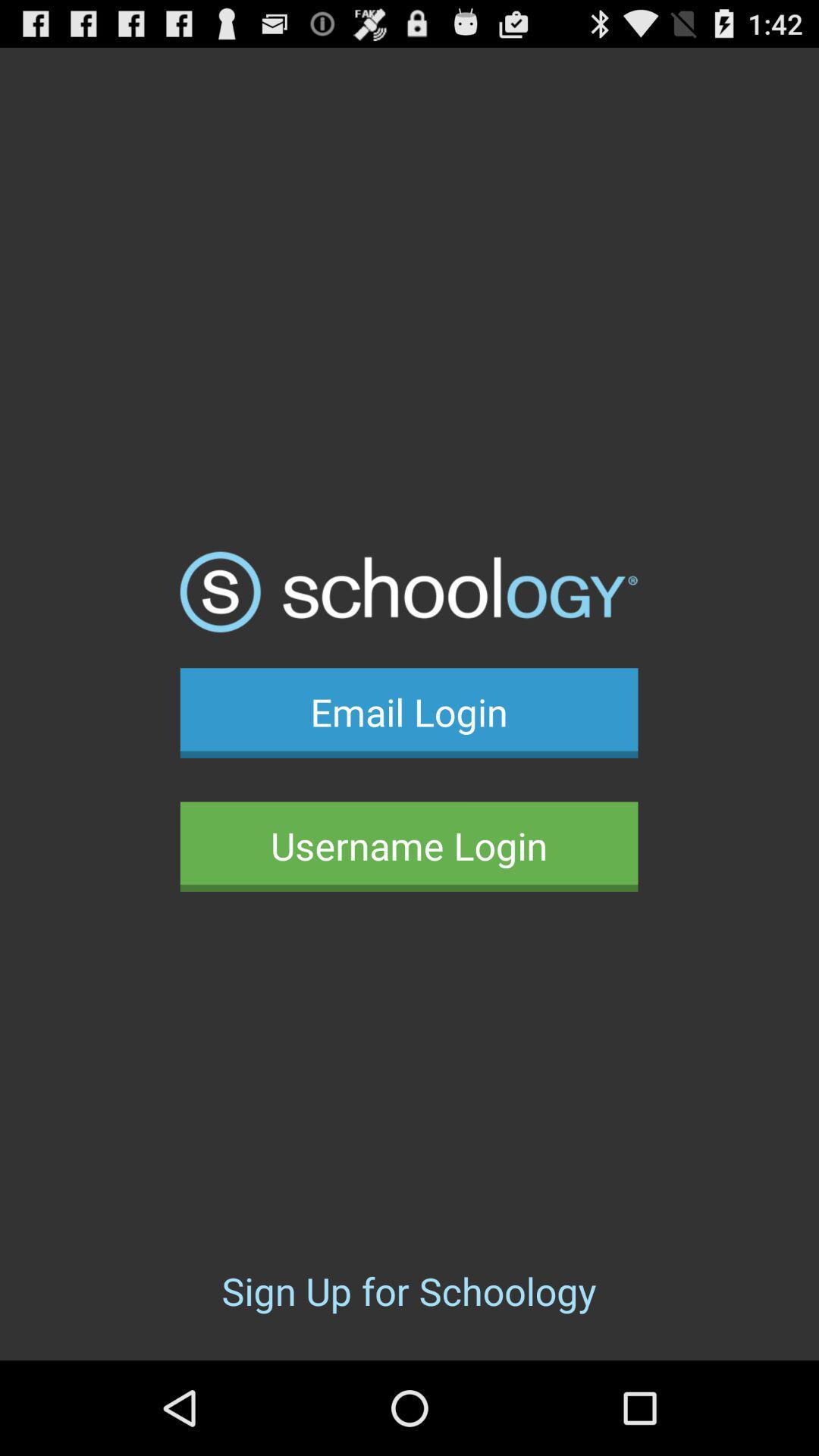  What do you see at coordinates (408, 846) in the screenshot?
I see `the username login icon` at bounding box center [408, 846].